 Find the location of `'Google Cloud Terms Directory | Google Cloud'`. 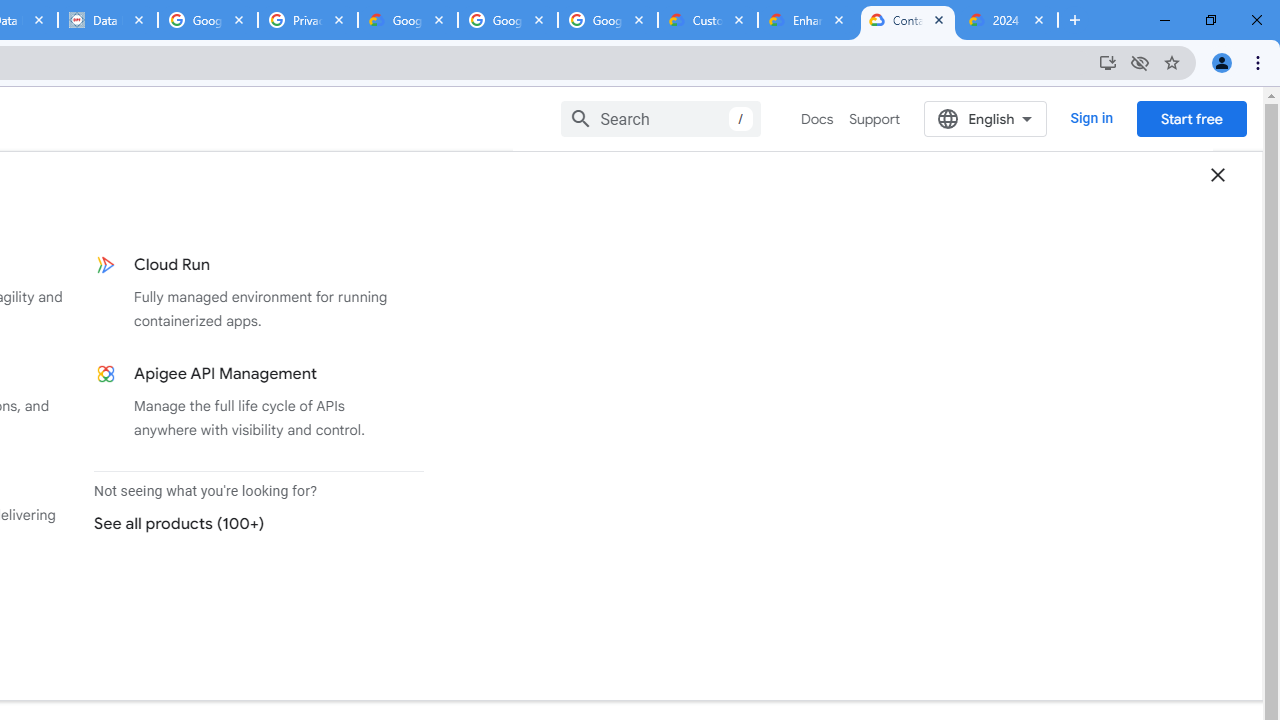

'Google Cloud Terms Directory | Google Cloud' is located at coordinates (407, 20).